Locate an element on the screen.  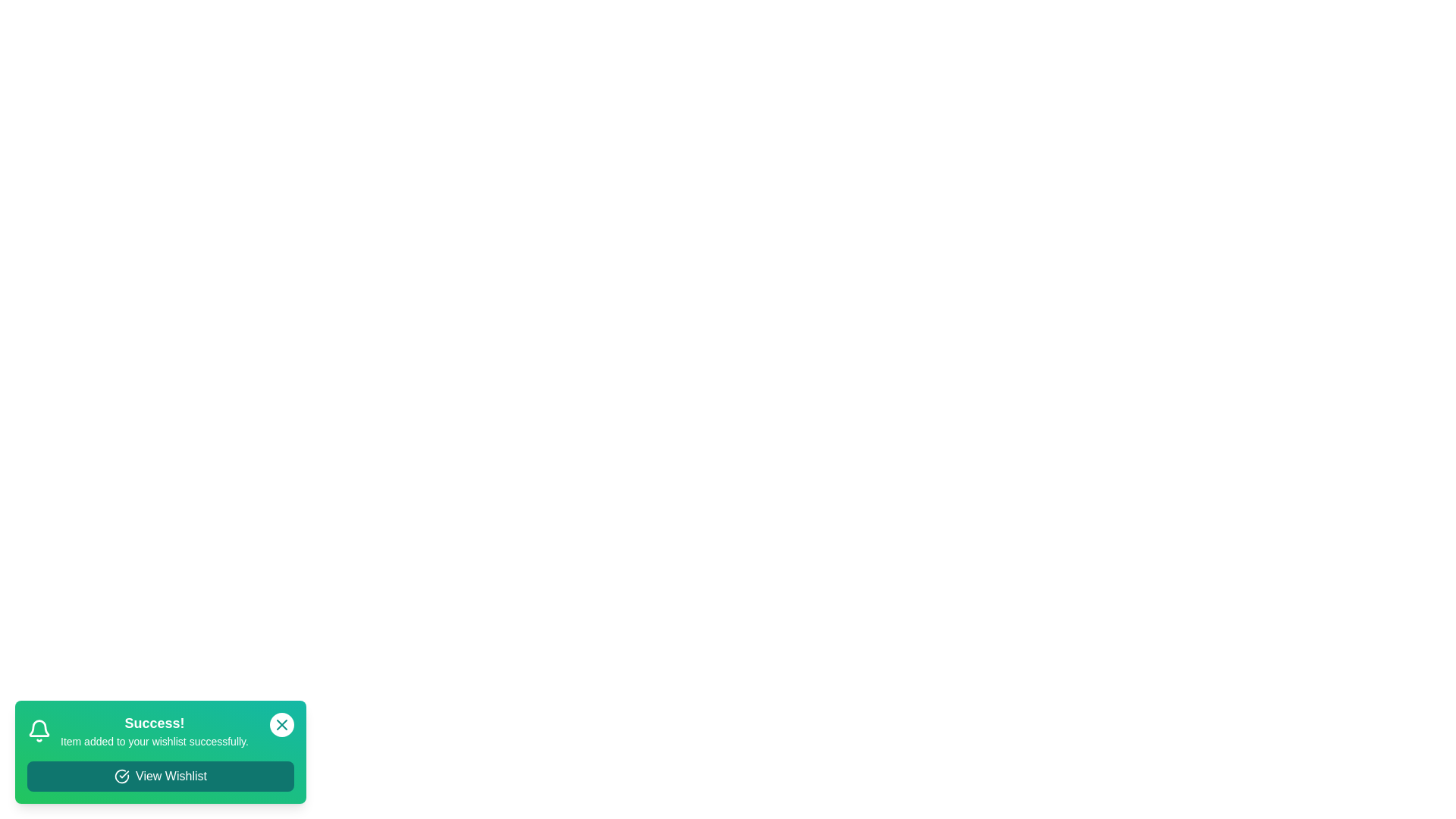
the close button of the notification banner to close it is located at coordinates (282, 724).